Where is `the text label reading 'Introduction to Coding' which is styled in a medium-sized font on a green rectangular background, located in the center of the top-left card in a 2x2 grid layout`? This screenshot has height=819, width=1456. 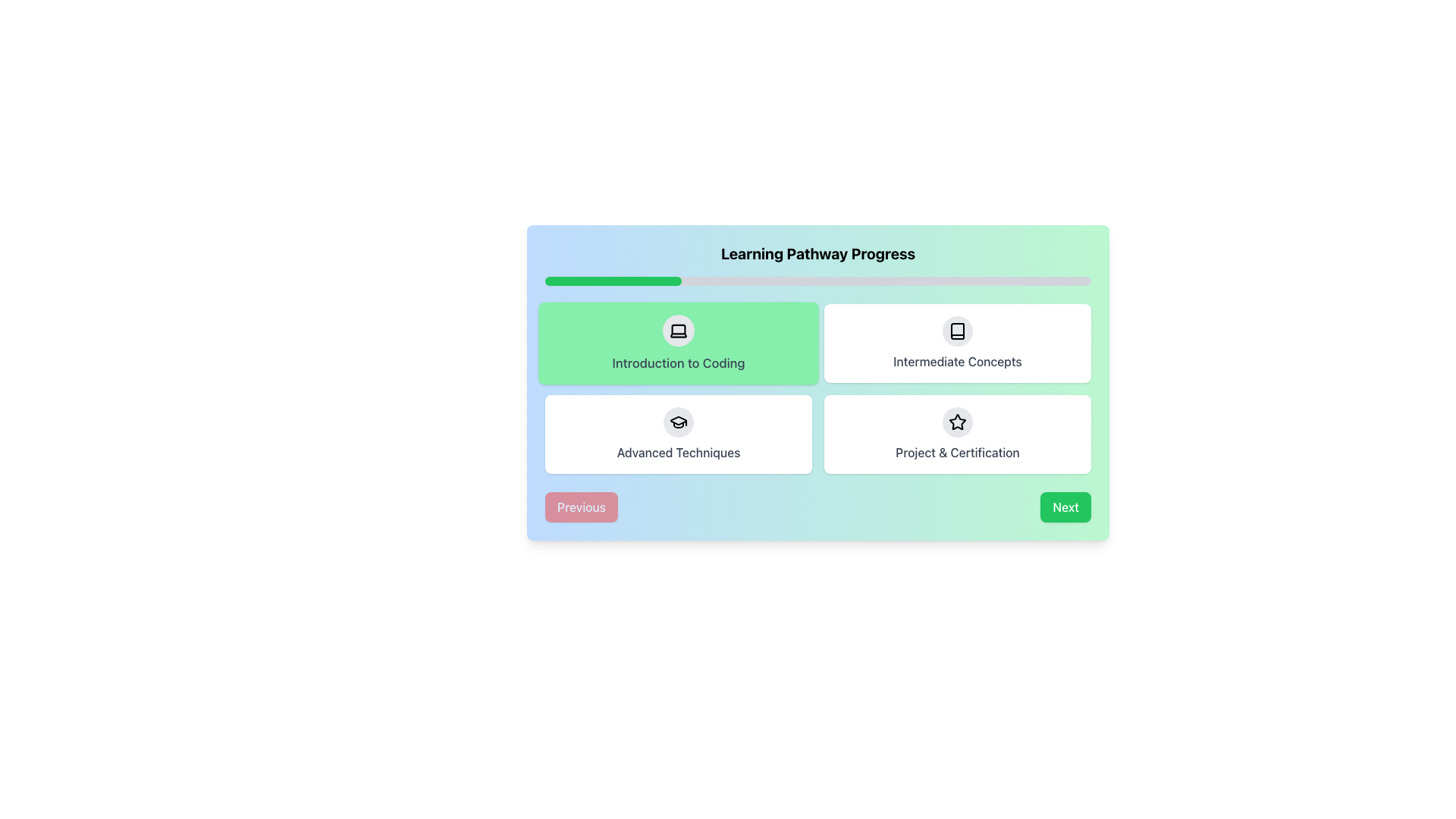
the text label reading 'Introduction to Coding' which is styled in a medium-sized font on a green rectangular background, located in the center of the top-left card in a 2x2 grid layout is located at coordinates (677, 362).